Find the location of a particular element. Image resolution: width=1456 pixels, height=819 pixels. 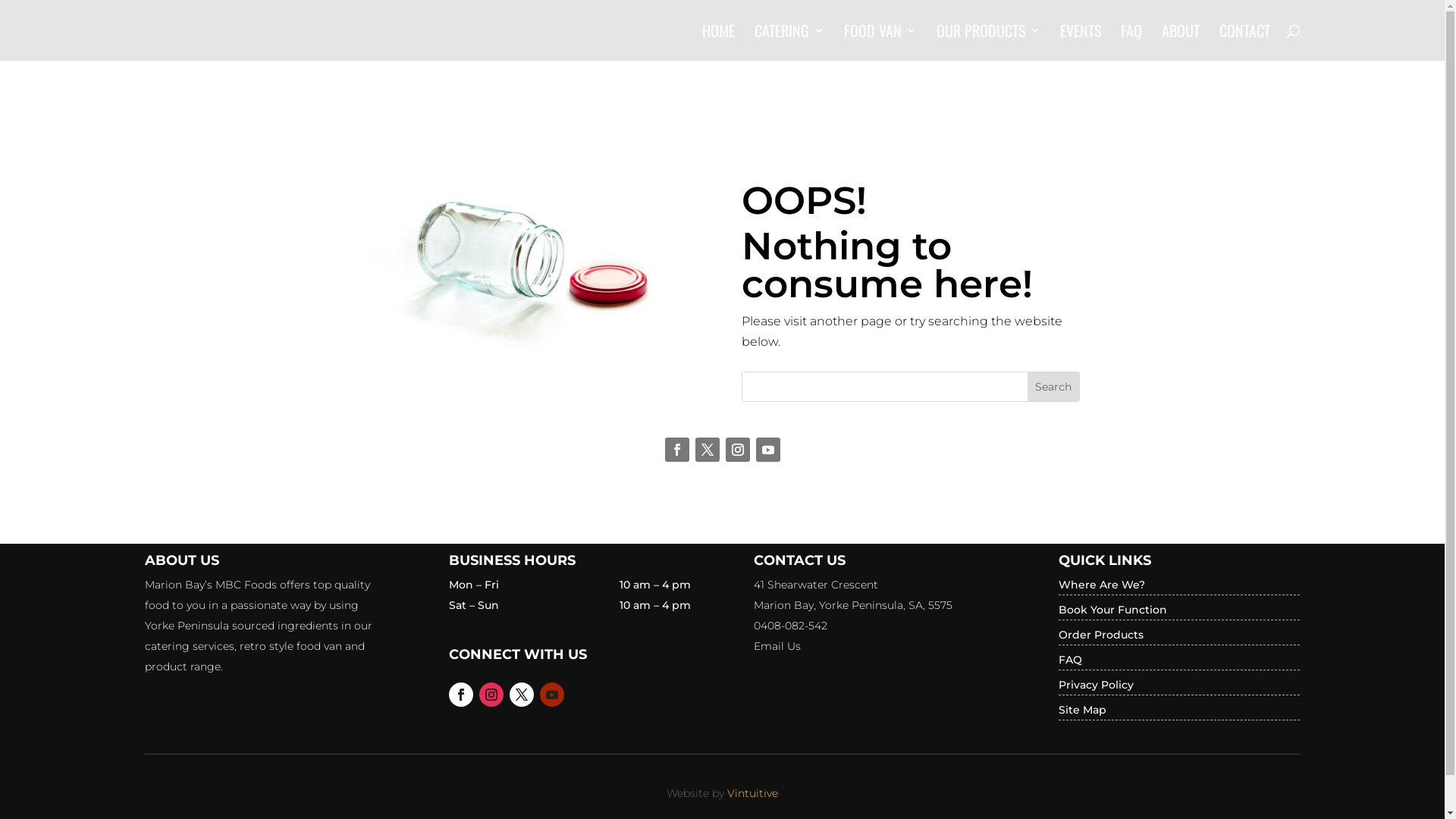

'CATERING' is located at coordinates (789, 42).